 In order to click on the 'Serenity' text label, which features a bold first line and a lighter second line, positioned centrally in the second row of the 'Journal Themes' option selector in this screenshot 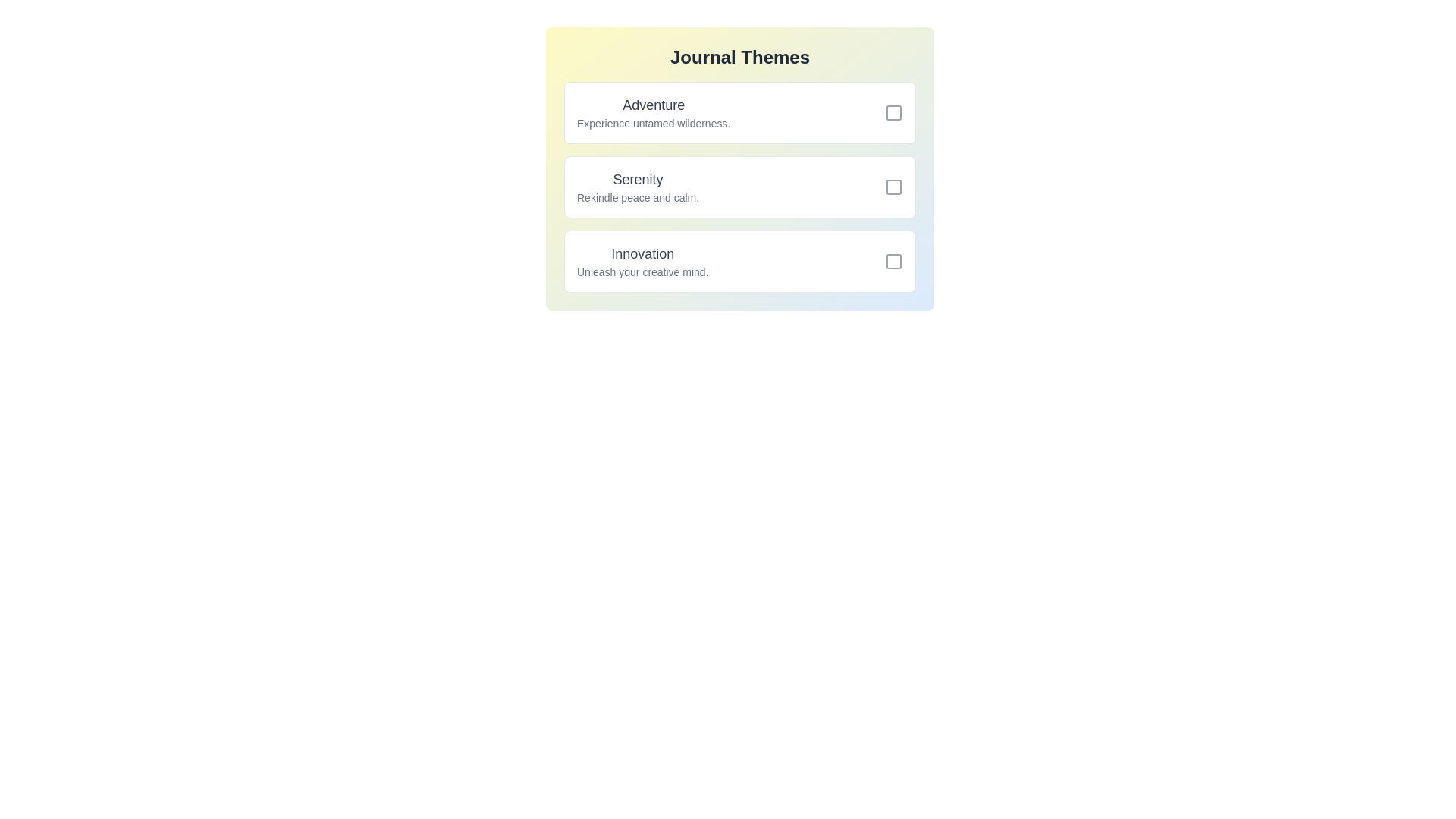, I will do `click(638, 186)`.